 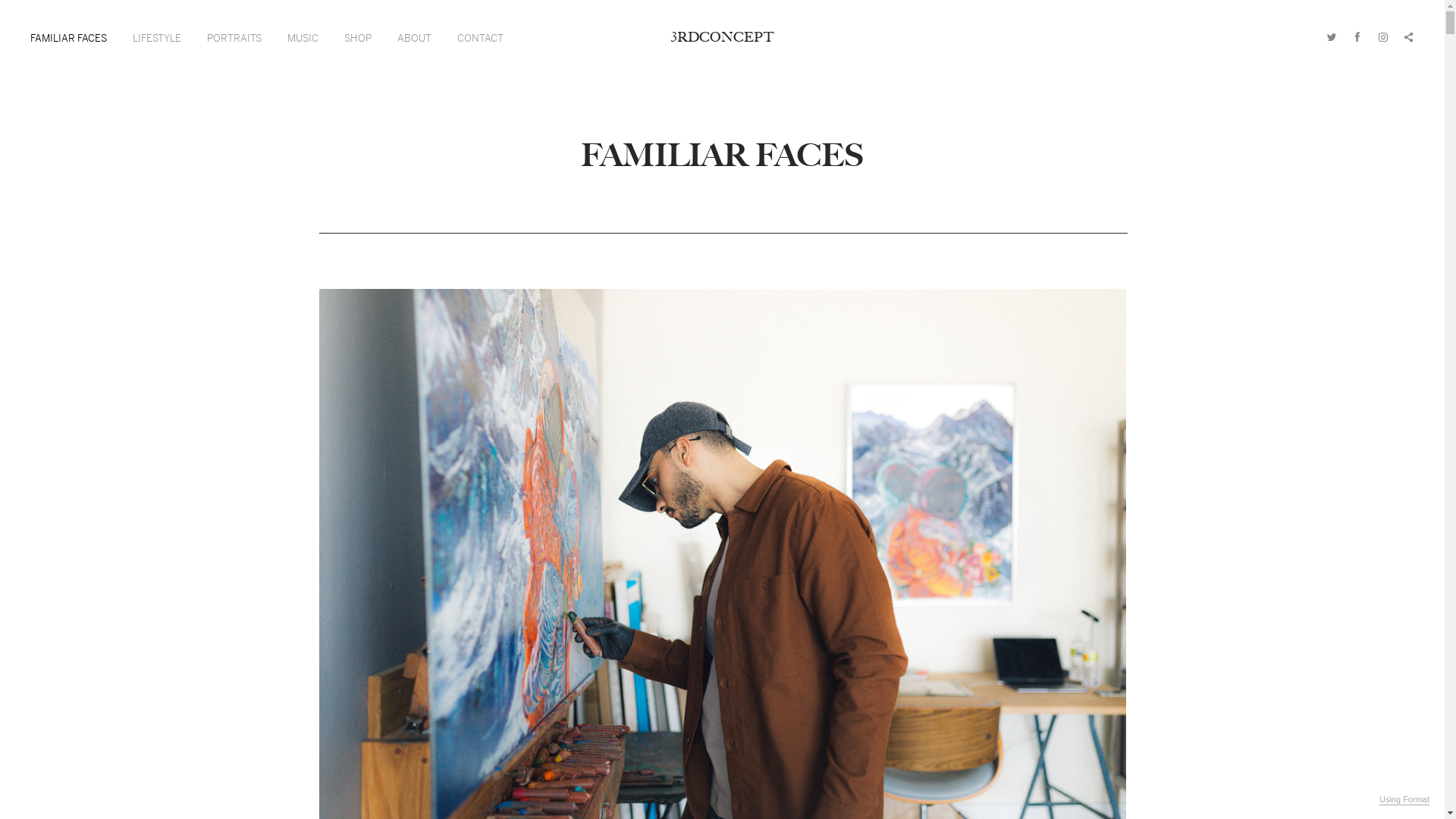 I want to click on 'Facebook', so click(x=1357, y=36).